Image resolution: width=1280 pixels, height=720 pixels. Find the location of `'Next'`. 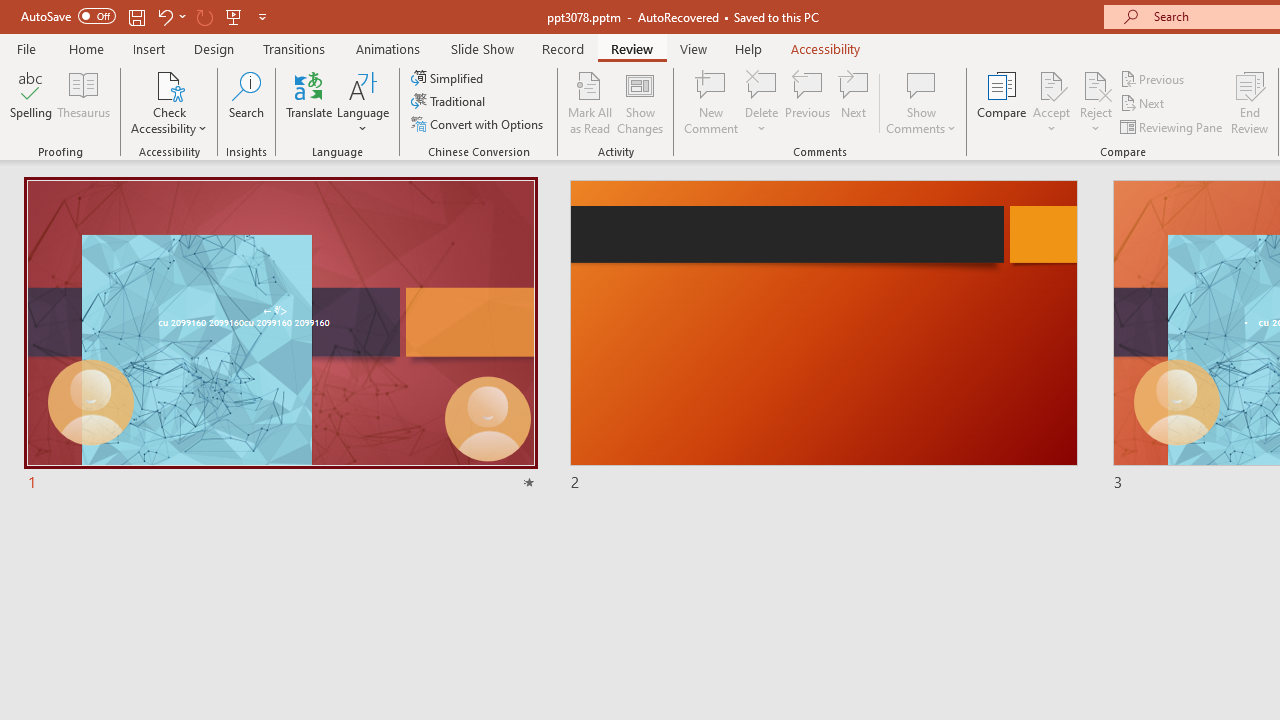

'Next' is located at coordinates (1144, 103).